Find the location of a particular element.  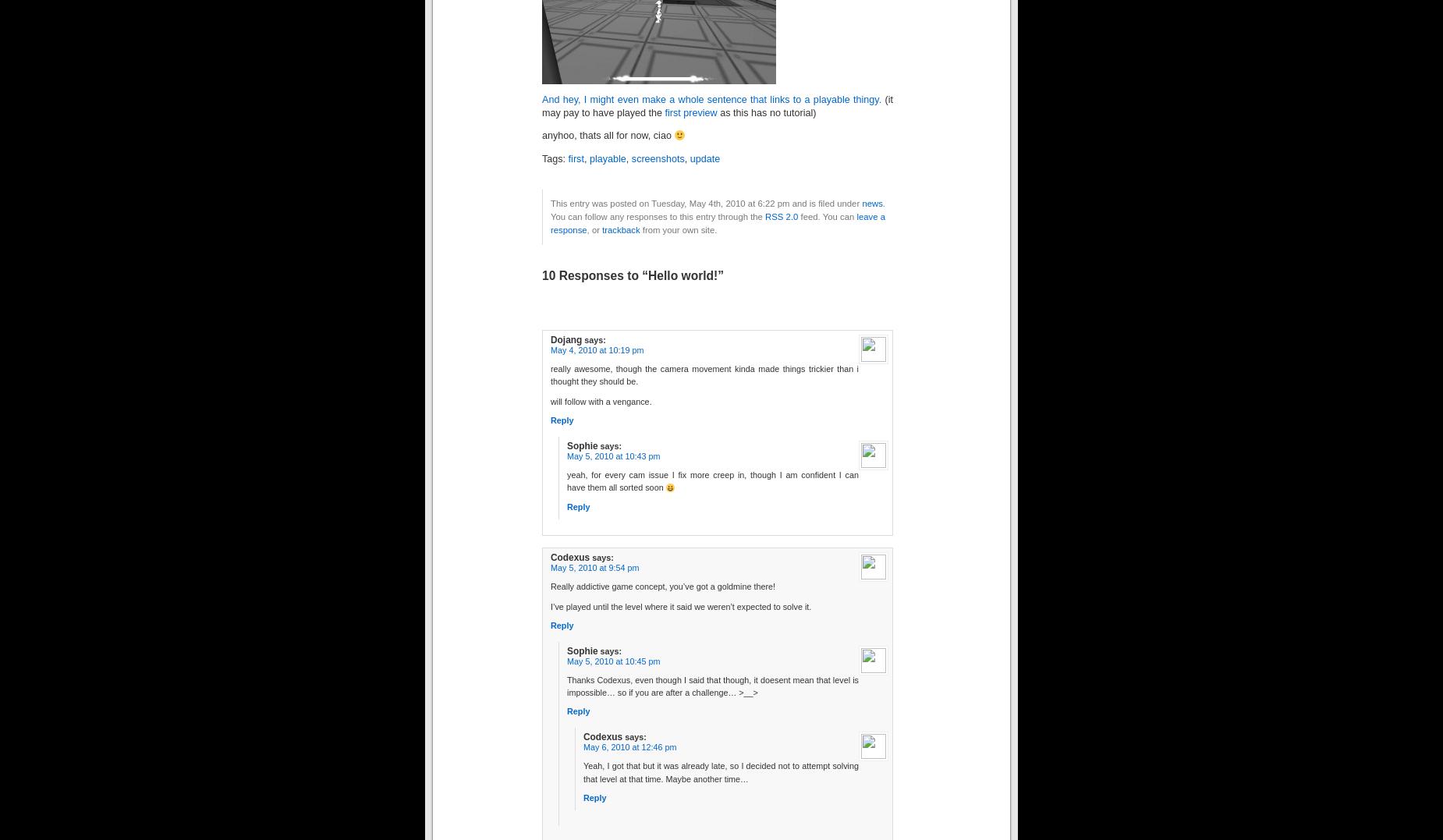

'news' is located at coordinates (861, 201).